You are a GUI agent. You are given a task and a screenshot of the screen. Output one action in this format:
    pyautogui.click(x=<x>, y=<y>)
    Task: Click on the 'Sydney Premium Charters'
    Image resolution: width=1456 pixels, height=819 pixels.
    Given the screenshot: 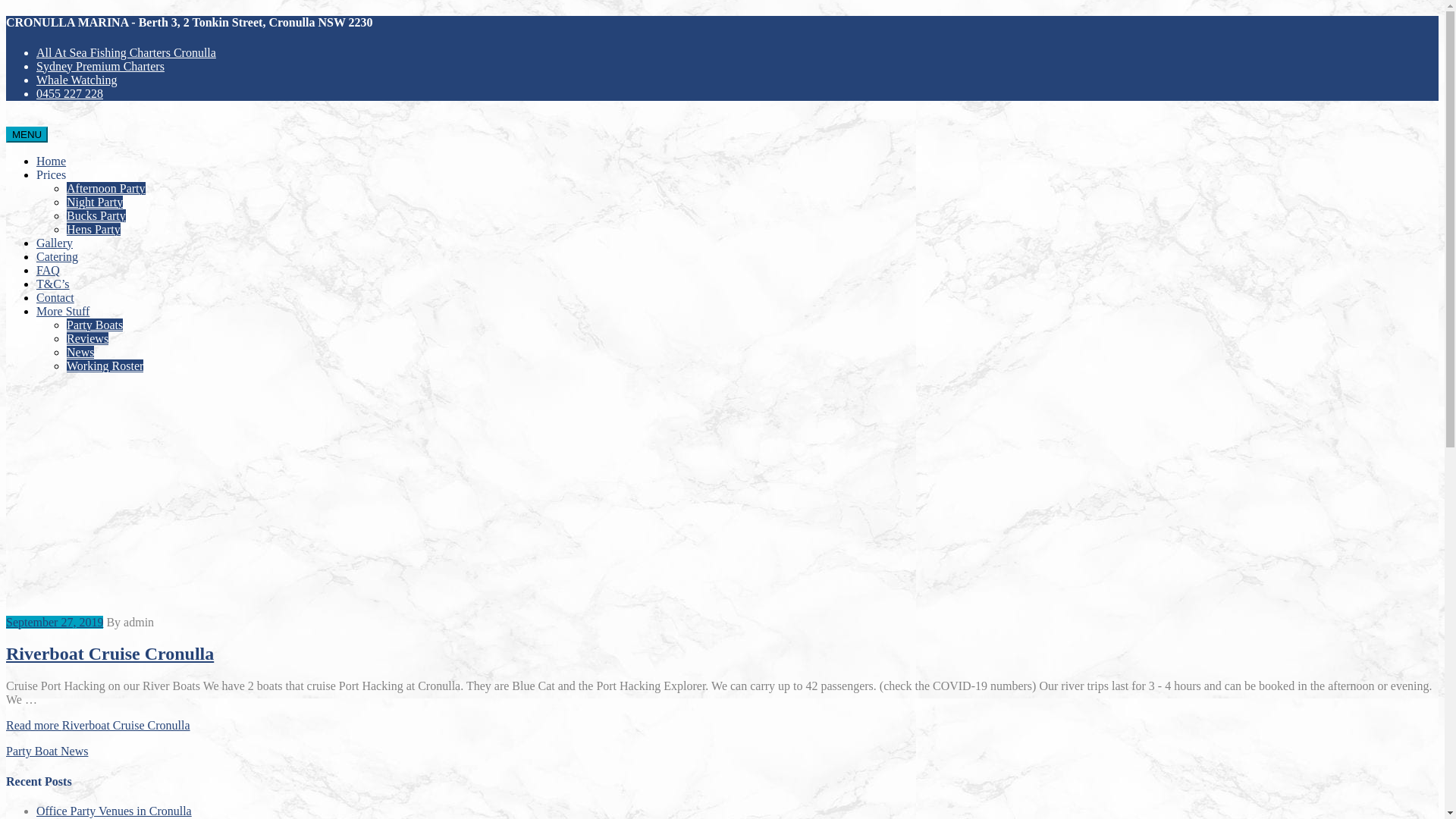 What is the action you would take?
    pyautogui.click(x=99, y=65)
    